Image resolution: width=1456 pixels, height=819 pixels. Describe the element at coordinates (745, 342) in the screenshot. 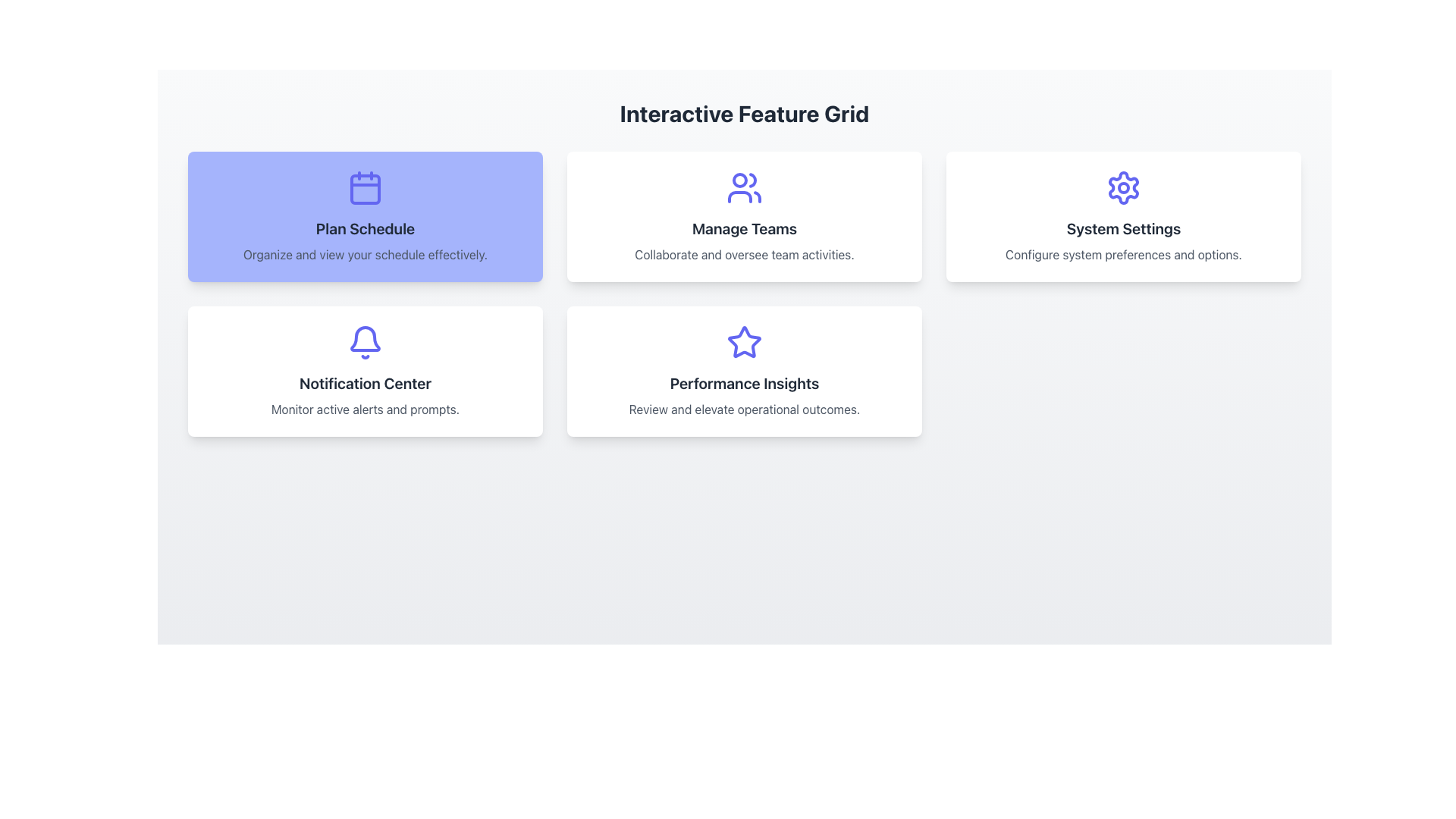

I see `the star-shaped decorative icon with a vivid indigo color located above the title text 'Performance Insights'` at that location.